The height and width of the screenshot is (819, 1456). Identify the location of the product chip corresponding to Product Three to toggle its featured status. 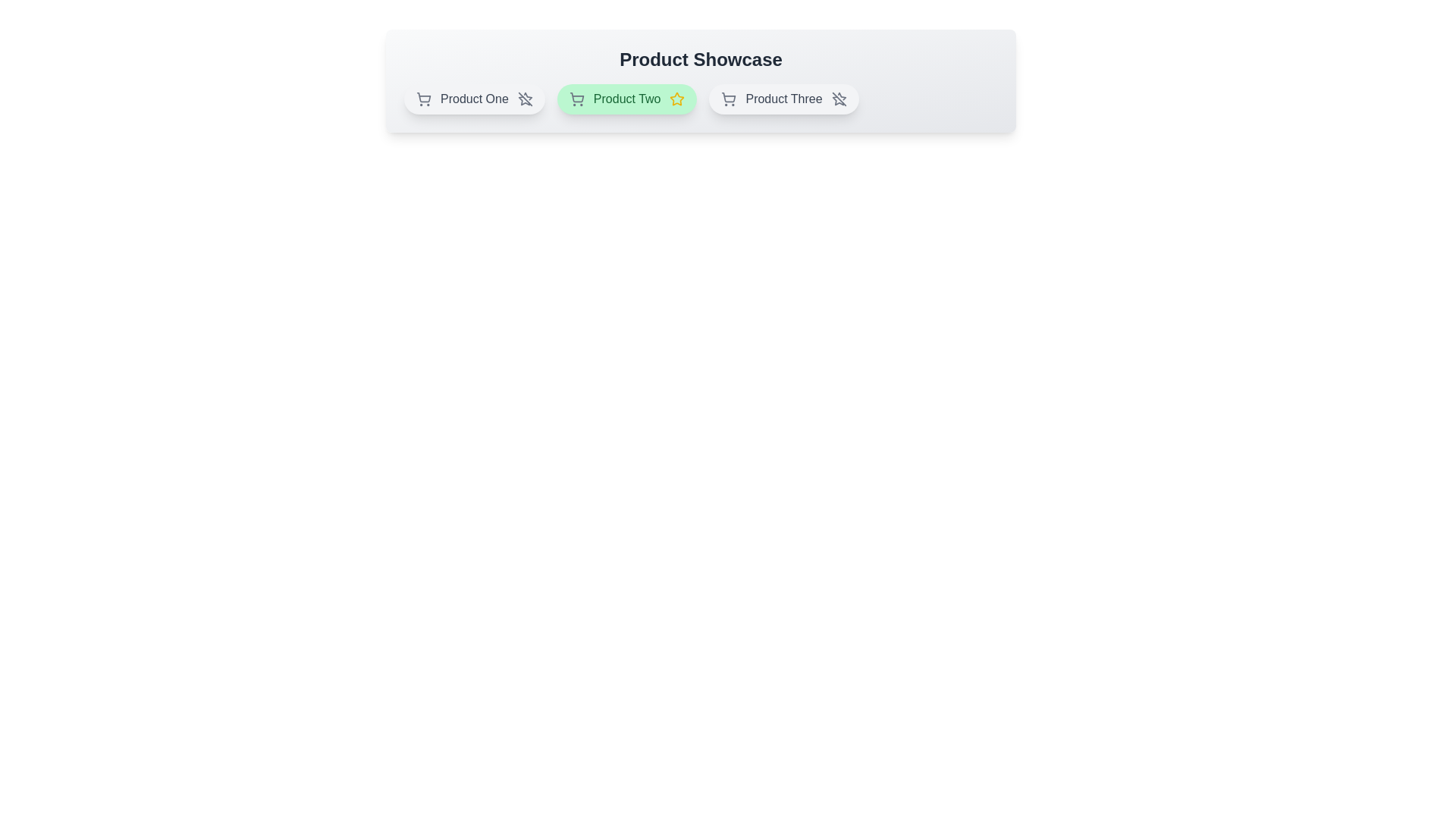
(784, 99).